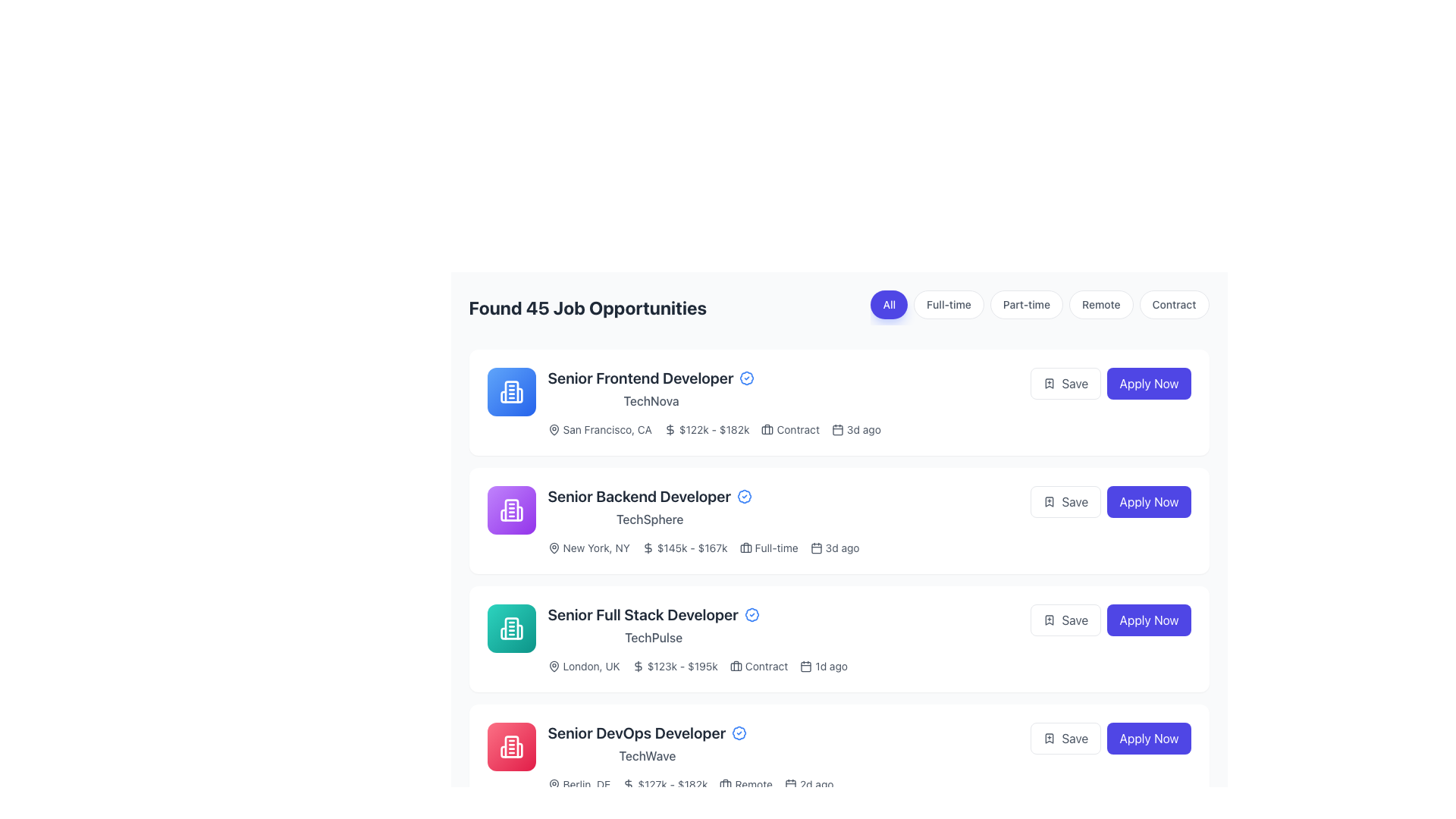 This screenshot has width=1456, height=819. What do you see at coordinates (1065, 502) in the screenshot?
I see `the 'Save' button, which is the first button in a pair located to the left of the 'Apply Now' button` at bounding box center [1065, 502].